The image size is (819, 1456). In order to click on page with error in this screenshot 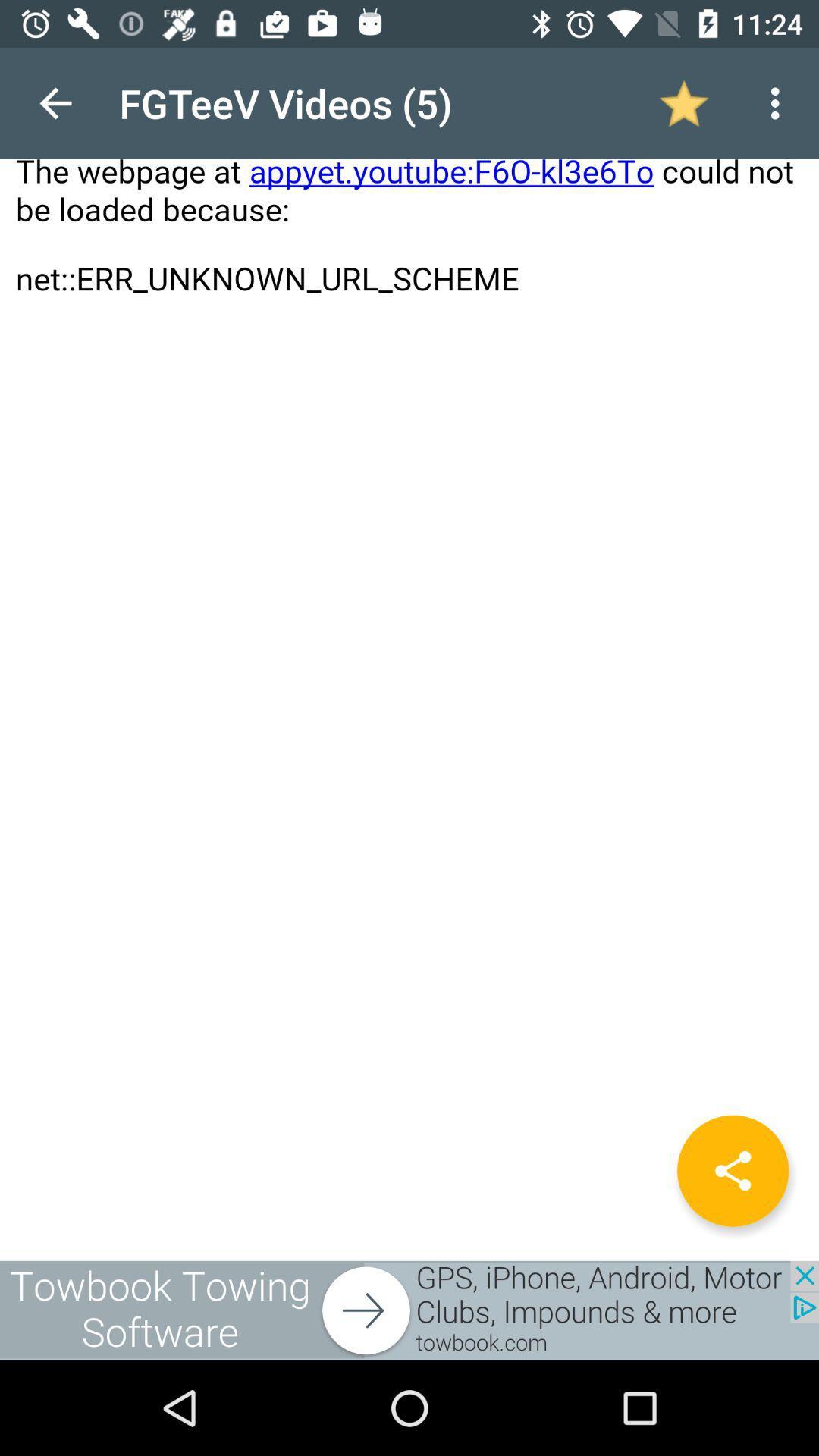, I will do `click(409, 654)`.